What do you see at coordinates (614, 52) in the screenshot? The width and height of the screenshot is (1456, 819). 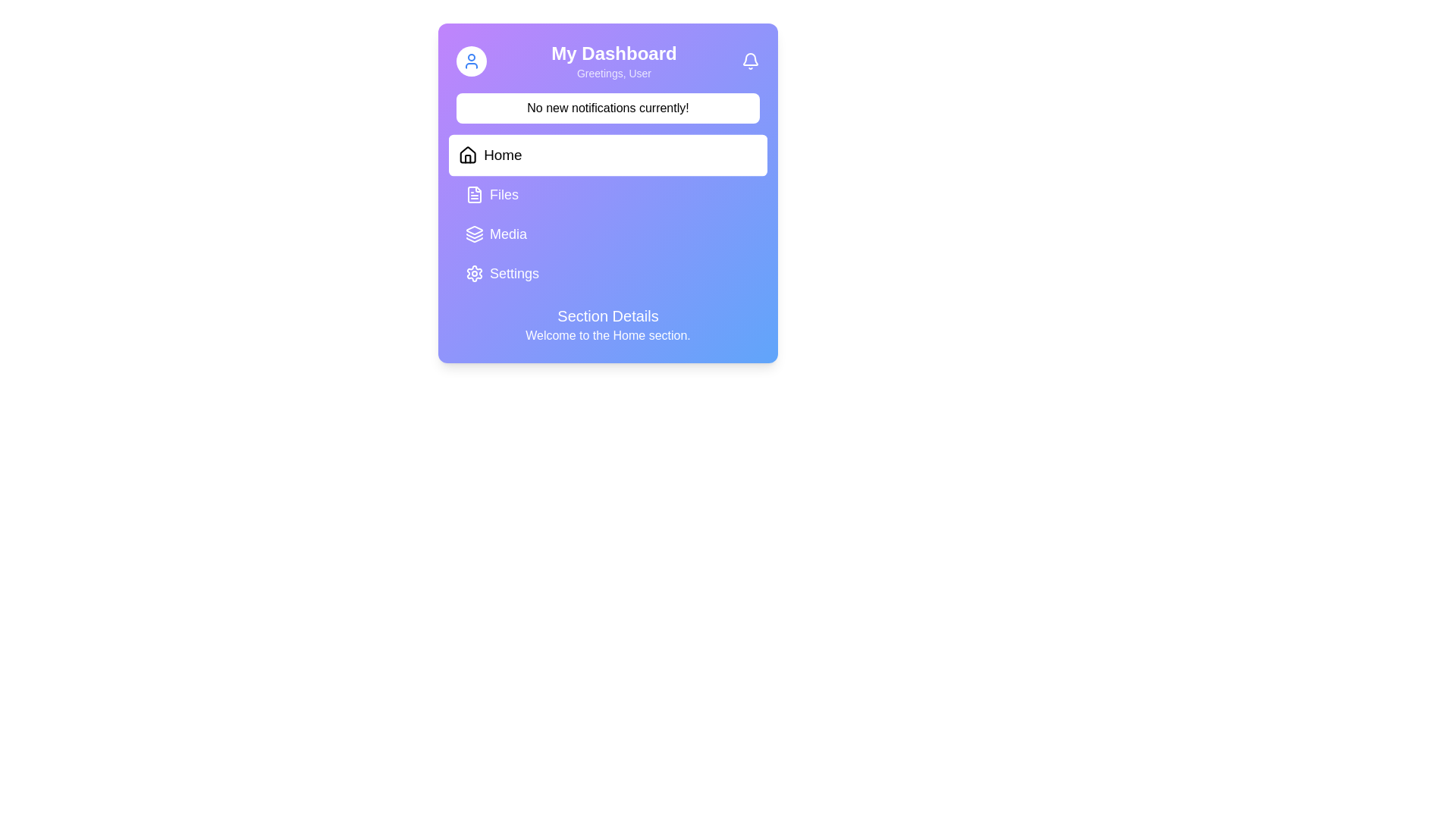 I see `the header text labeled 'My Dashboard' which is displayed in white color on a gradient background transitioning from purple to blue, located at the top section of a card interface` at bounding box center [614, 52].